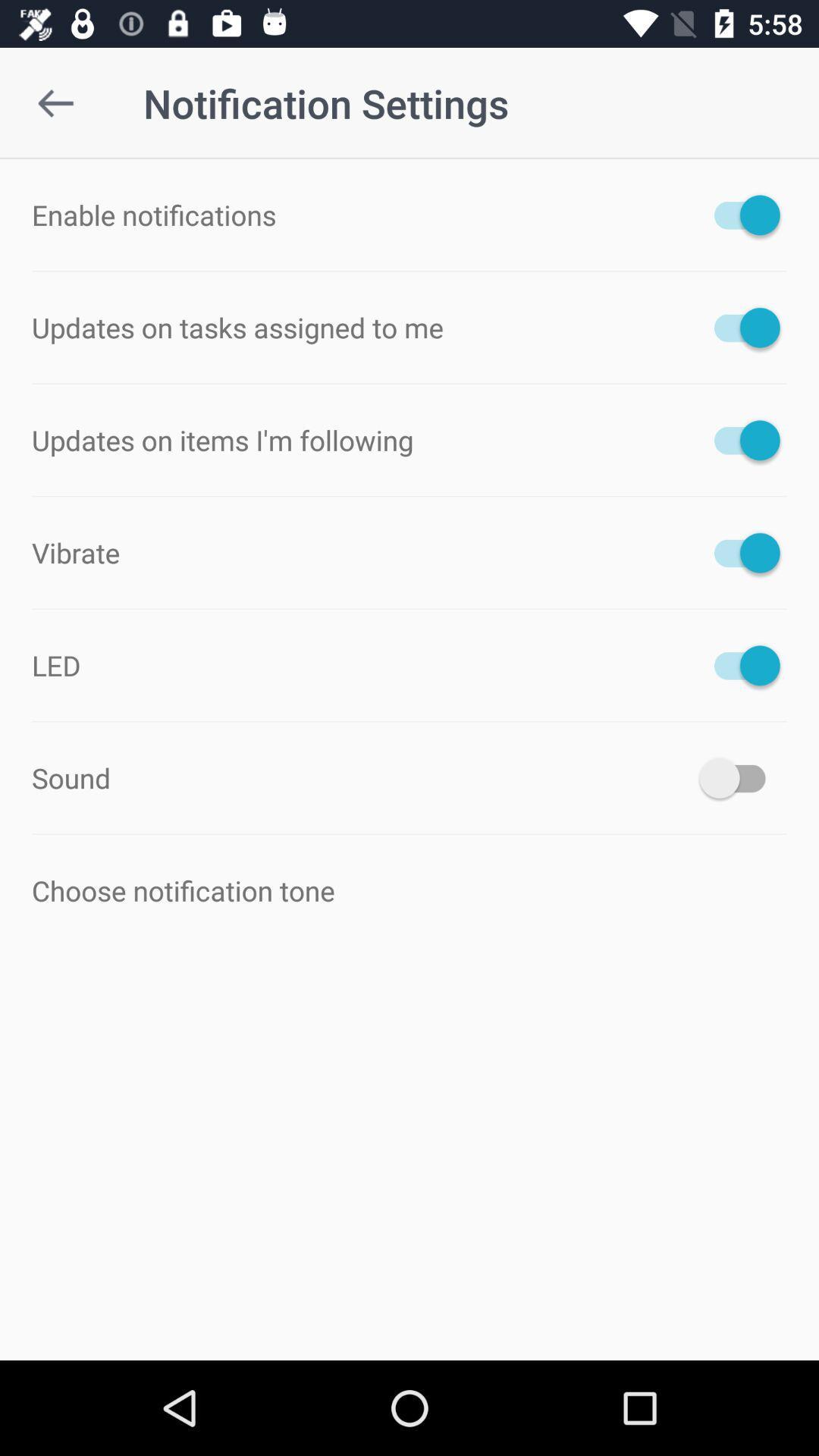  Describe the element at coordinates (55, 102) in the screenshot. I see `item at the top left corner` at that location.